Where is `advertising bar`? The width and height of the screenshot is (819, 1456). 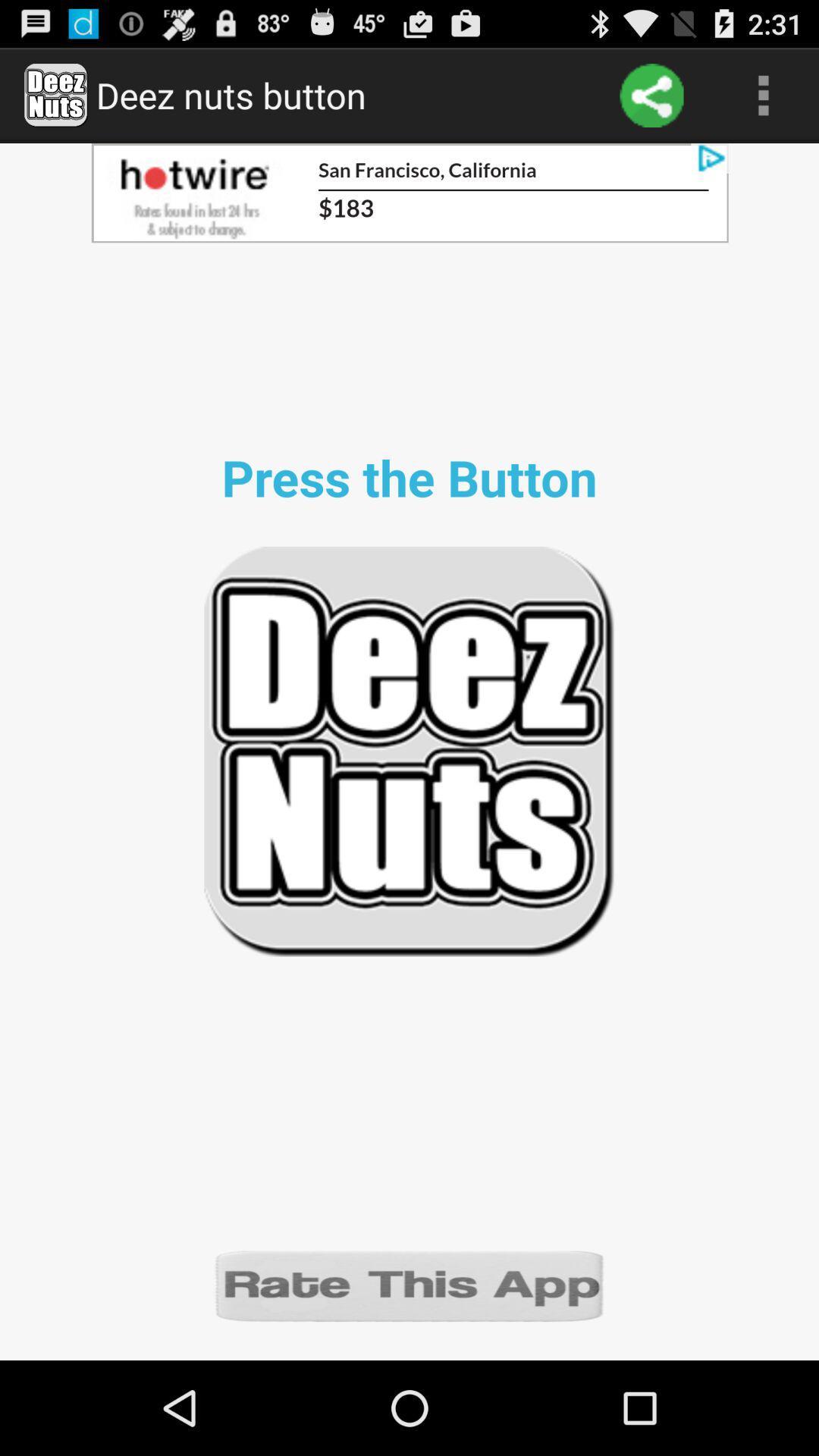 advertising bar is located at coordinates (409, 192).